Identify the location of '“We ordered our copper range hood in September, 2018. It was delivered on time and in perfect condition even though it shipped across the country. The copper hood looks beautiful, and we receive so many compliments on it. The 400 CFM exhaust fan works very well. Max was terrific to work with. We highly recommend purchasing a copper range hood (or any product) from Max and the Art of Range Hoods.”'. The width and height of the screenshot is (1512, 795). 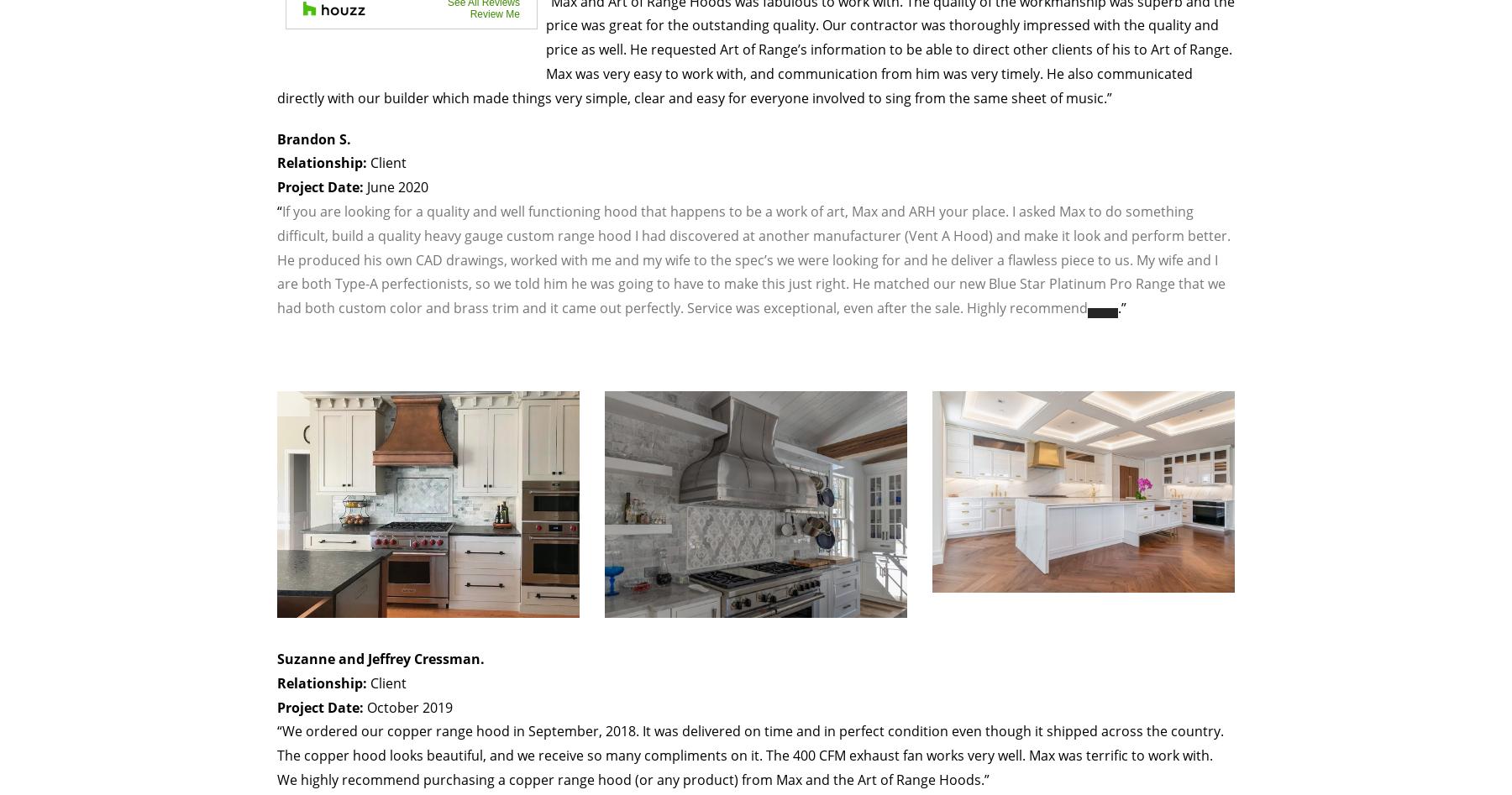
(750, 754).